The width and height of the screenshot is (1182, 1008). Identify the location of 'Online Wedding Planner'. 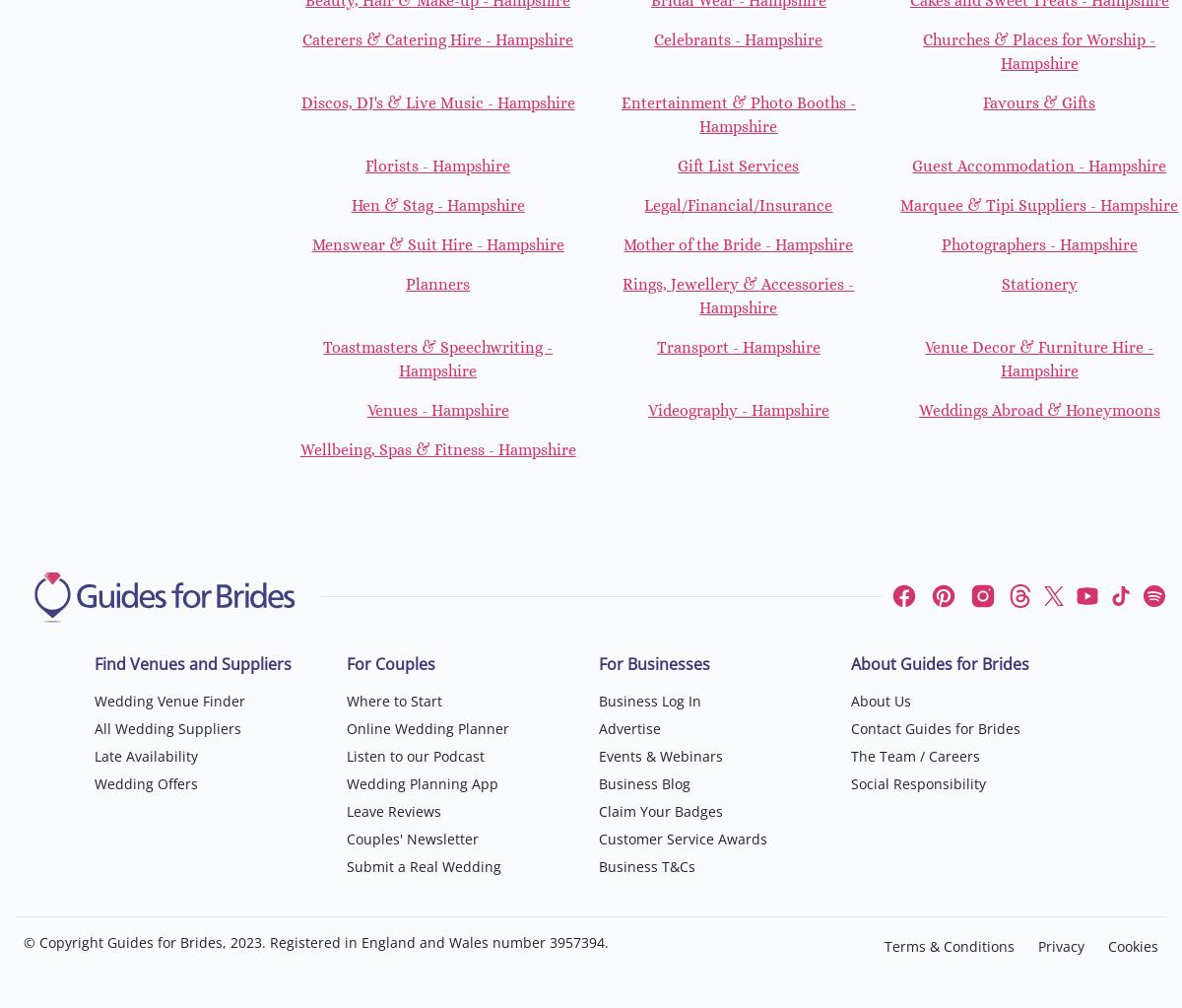
(427, 727).